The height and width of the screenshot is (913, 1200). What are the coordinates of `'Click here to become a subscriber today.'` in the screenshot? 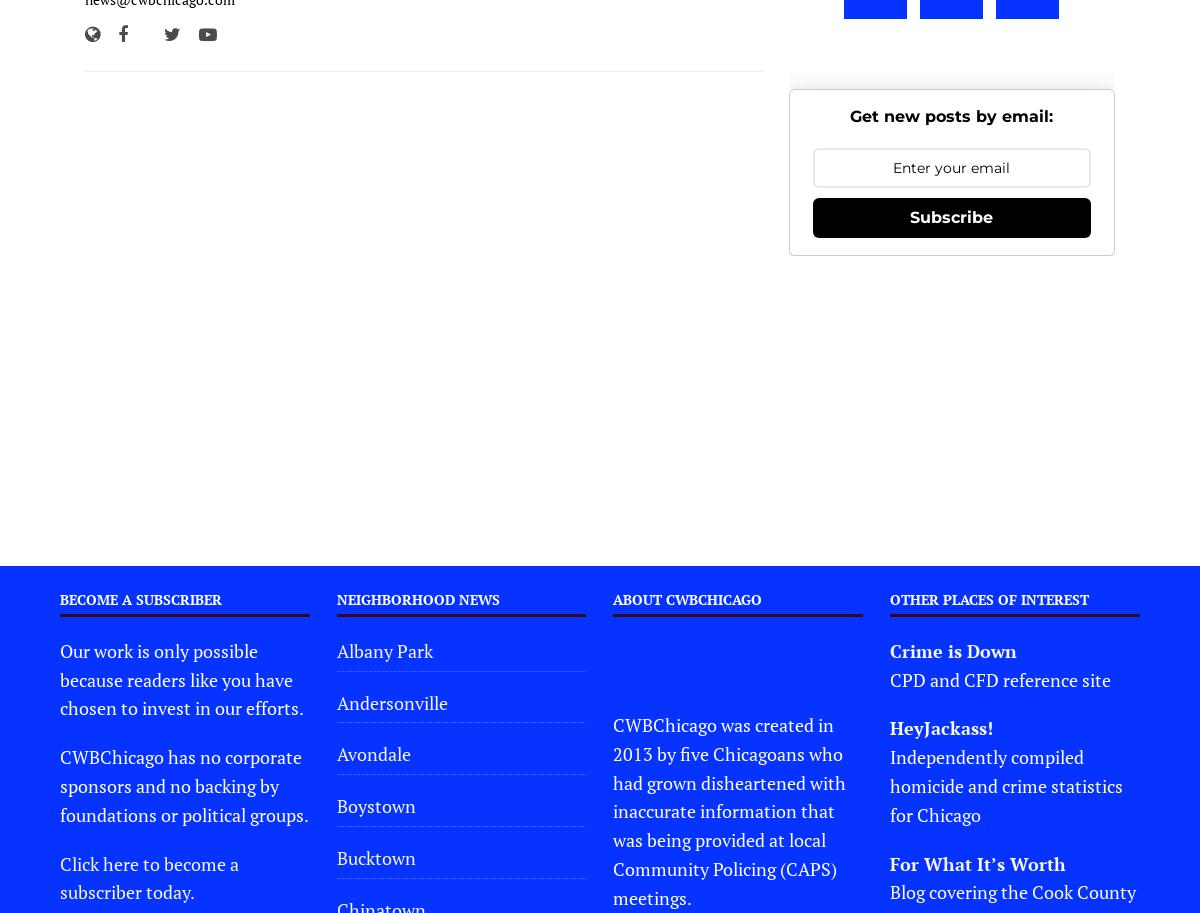 It's located at (149, 876).